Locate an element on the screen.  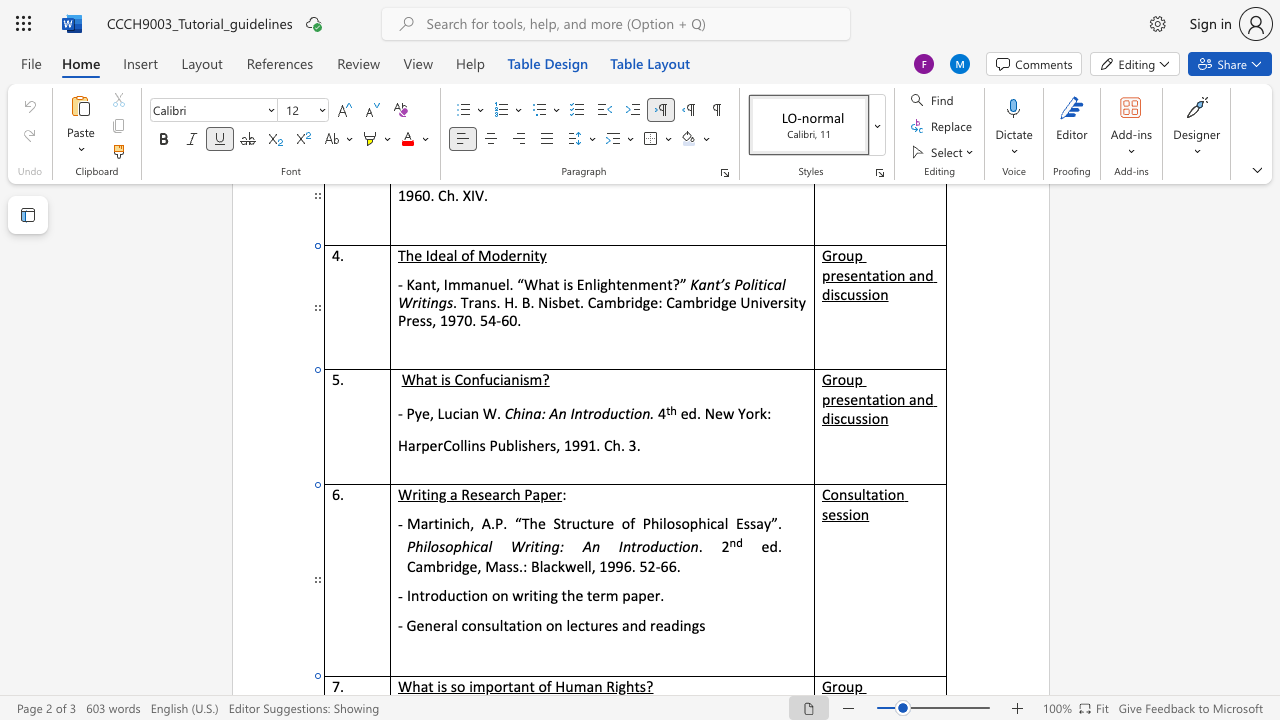
the 1th character "P" in the text is located at coordinates (409, 413).